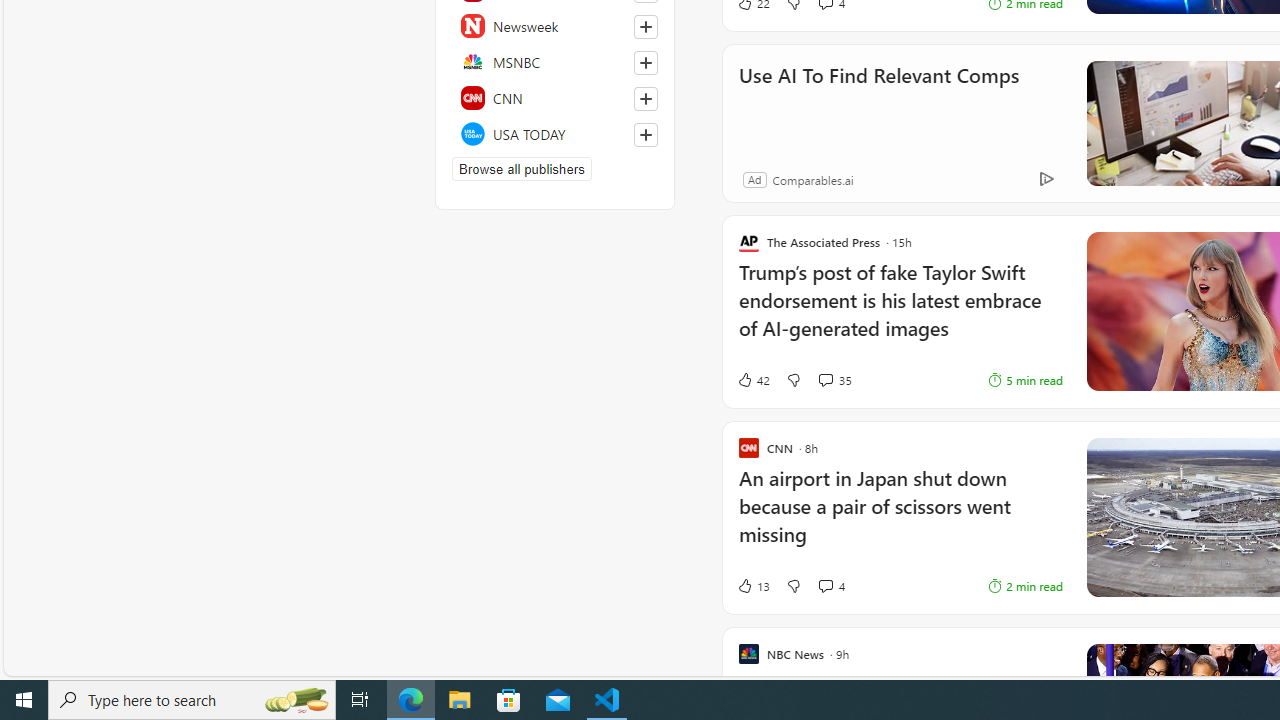  Describe the element at coordinates (830, 585) in the screenshot. I see `'View comments 4 Comment'` at that location.